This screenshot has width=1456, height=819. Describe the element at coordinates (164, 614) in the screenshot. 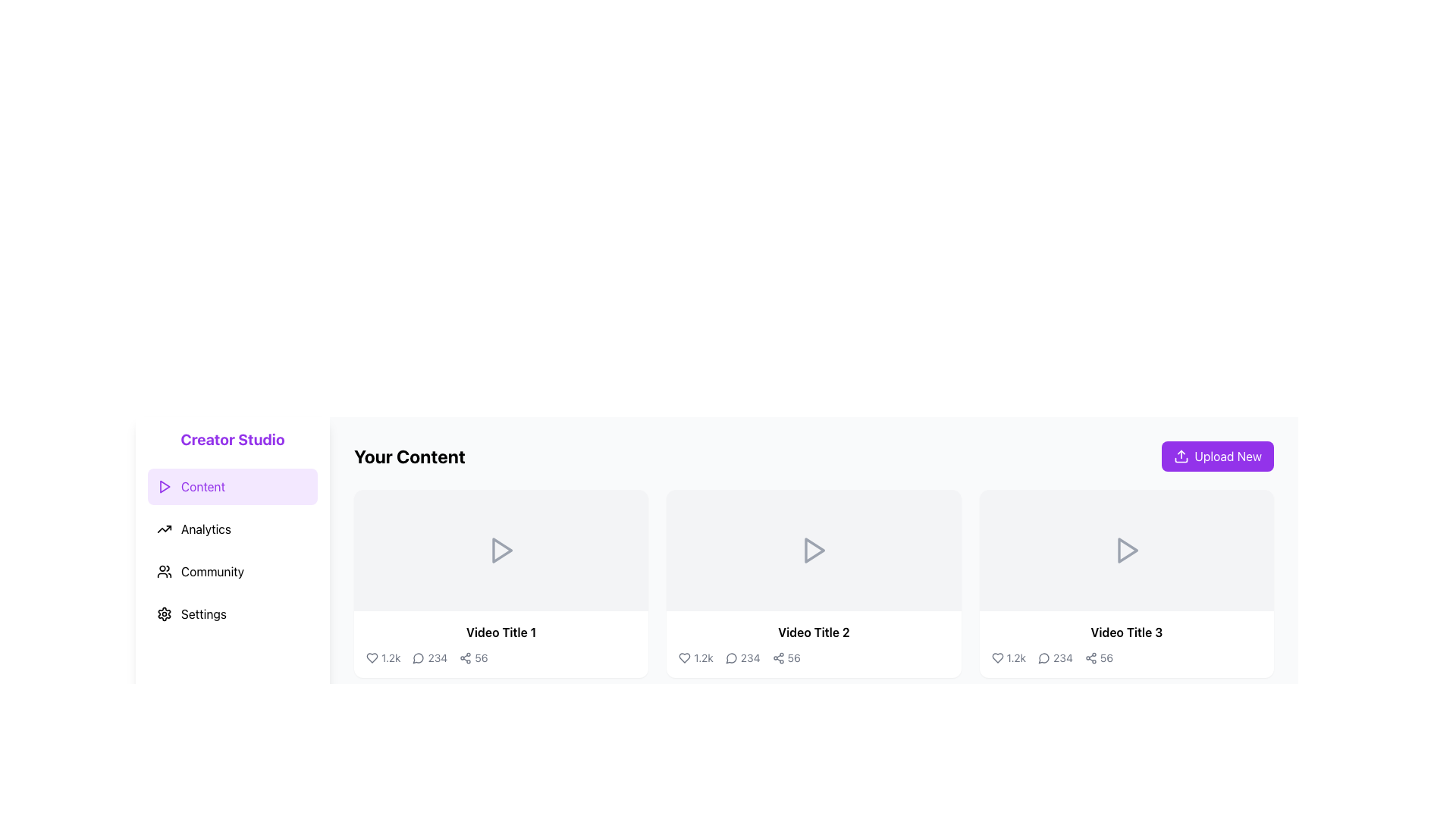

I see `the gear icon for 'Settings' located at the bottom of the vertical navigation menu` at that location.